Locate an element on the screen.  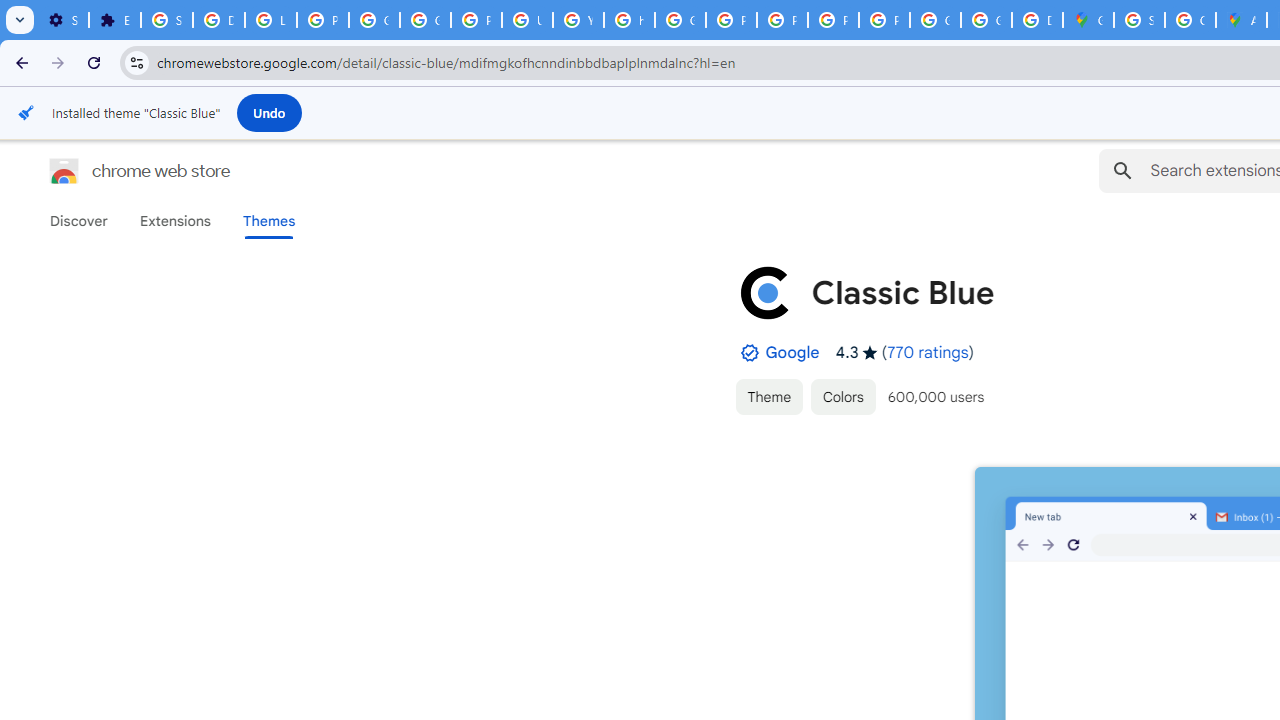
'Chrome Web Store logo' is located at coordinates (64, 170).